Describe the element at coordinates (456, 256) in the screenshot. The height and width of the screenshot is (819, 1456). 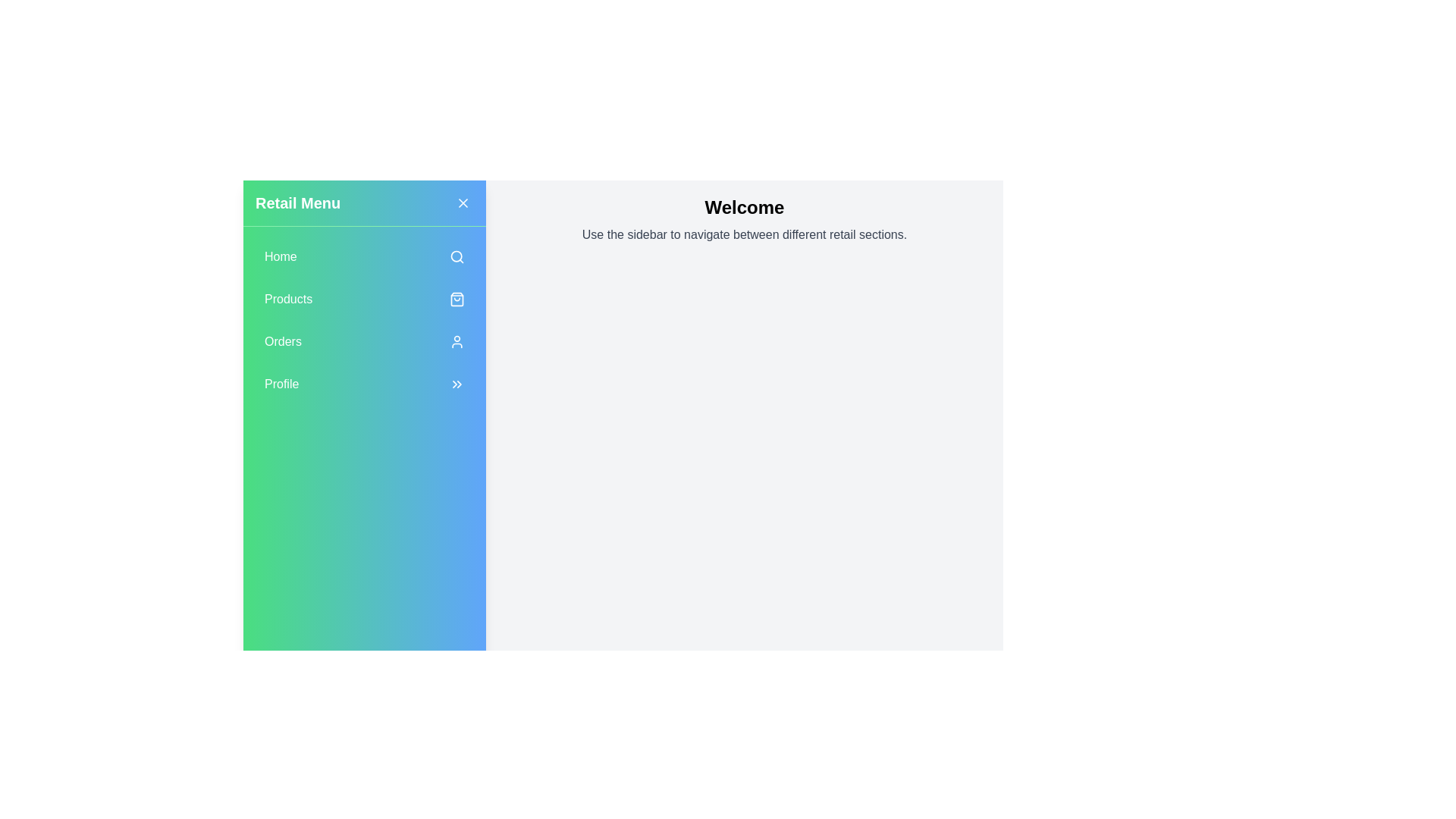
I see `the magnifying glass icon located in the sidebar next to the 'Home' text to invoke a search operation` at that location.